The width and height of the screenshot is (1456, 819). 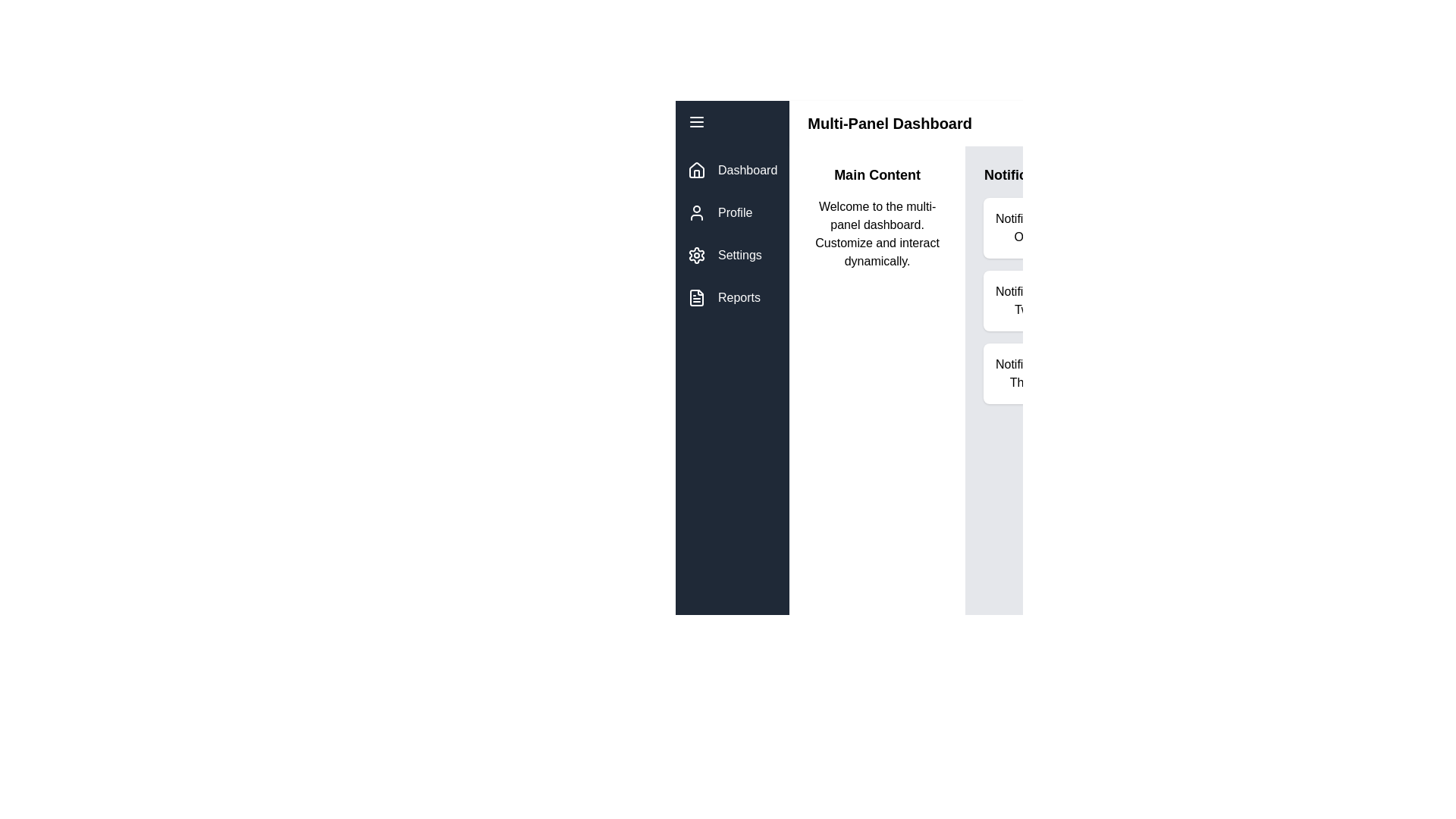 What do you see at coordinates (748, 170) in the screenshot?
I see `the 'Dashboard' text label in the navigation menu to trigger additional effects or tooltips` at bounding box center [748, 170].